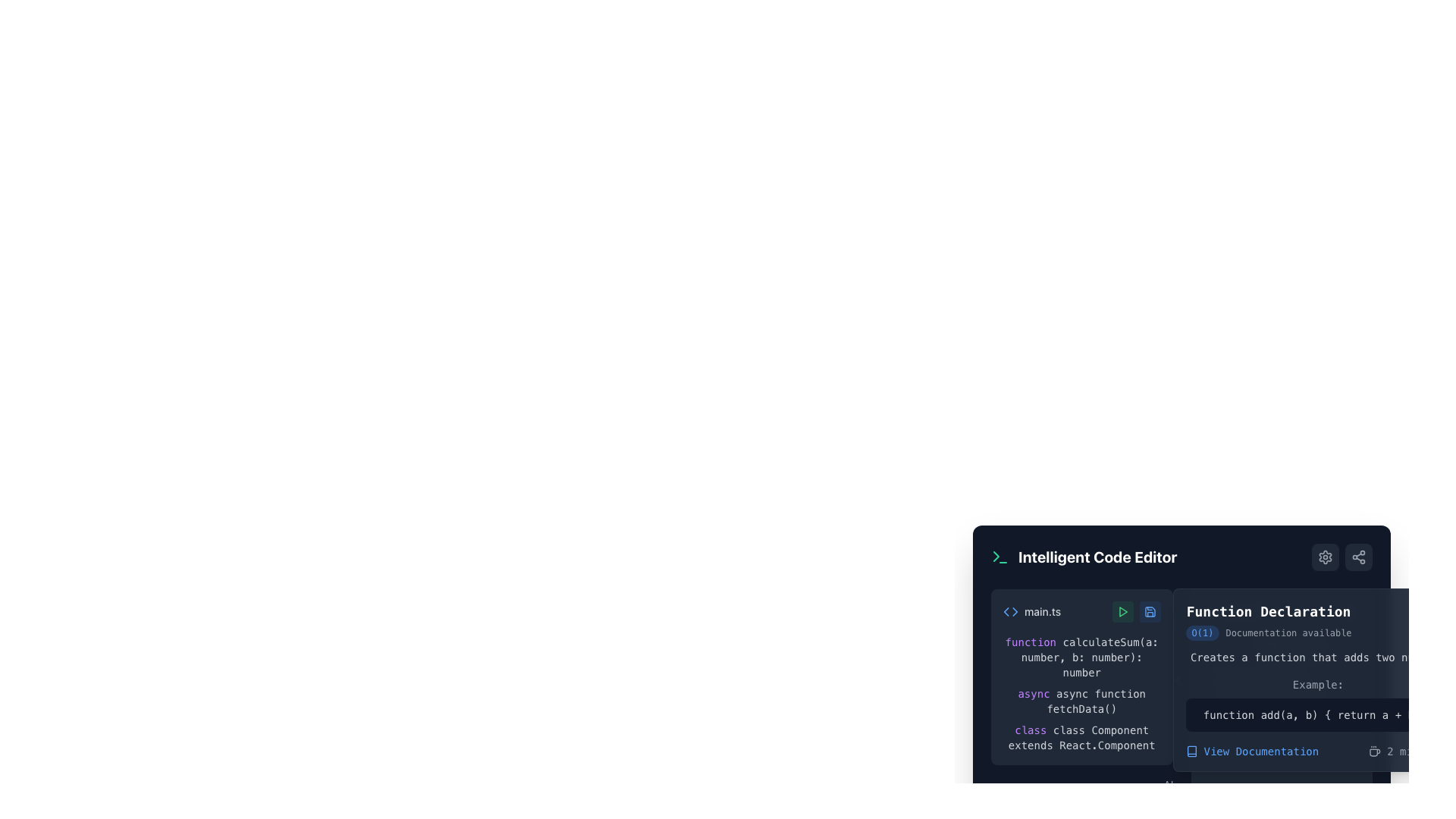  Describe the element at coordinates (1097, 557) in the screenshot. I see `the text label displaying 'Intelligent Code Editor', which is a bold, large, white font on a dark background, centrally aligned in the top section of the panel` at that location.